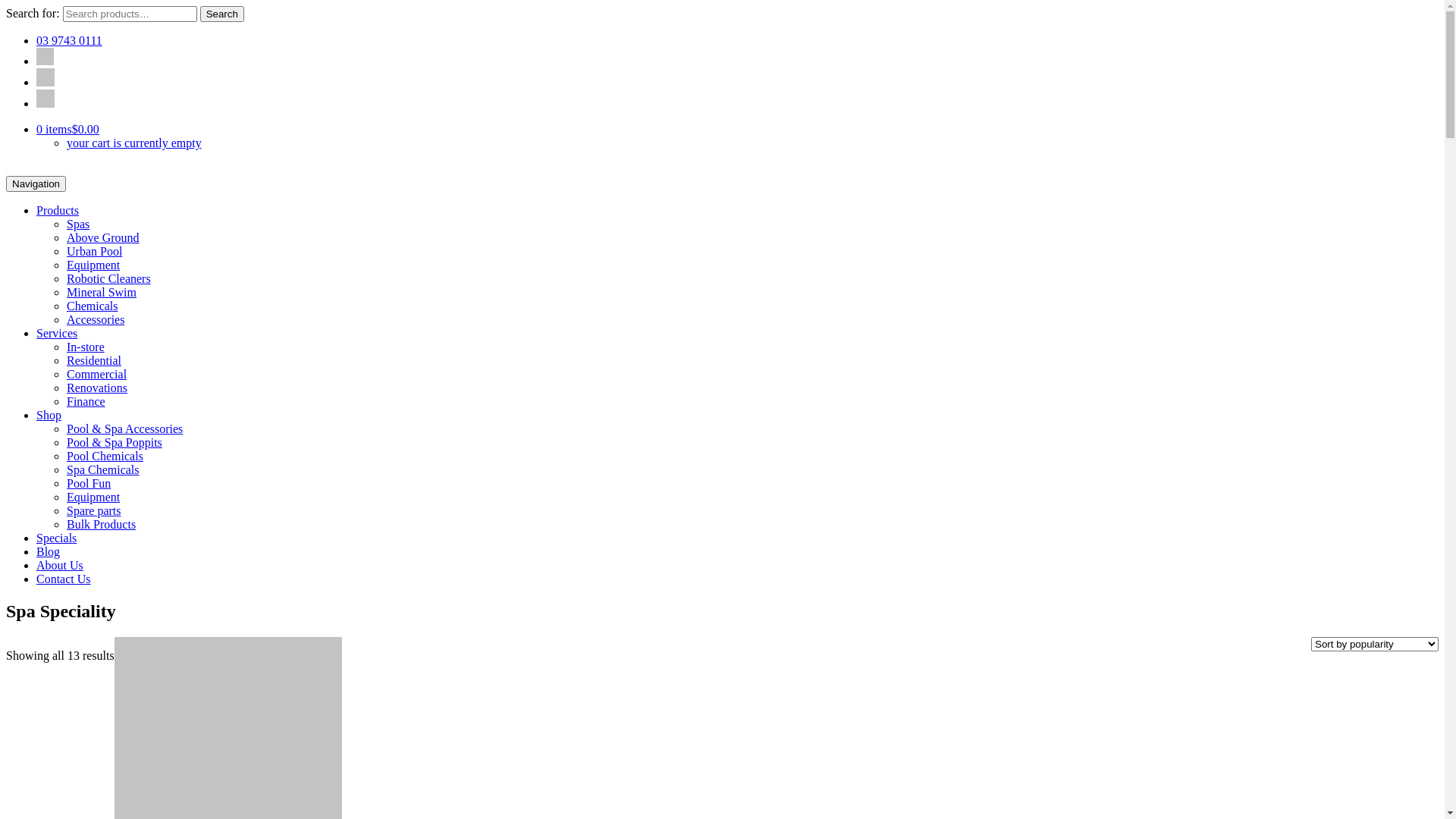  I want to click on 'Specials', so click(56, 537).